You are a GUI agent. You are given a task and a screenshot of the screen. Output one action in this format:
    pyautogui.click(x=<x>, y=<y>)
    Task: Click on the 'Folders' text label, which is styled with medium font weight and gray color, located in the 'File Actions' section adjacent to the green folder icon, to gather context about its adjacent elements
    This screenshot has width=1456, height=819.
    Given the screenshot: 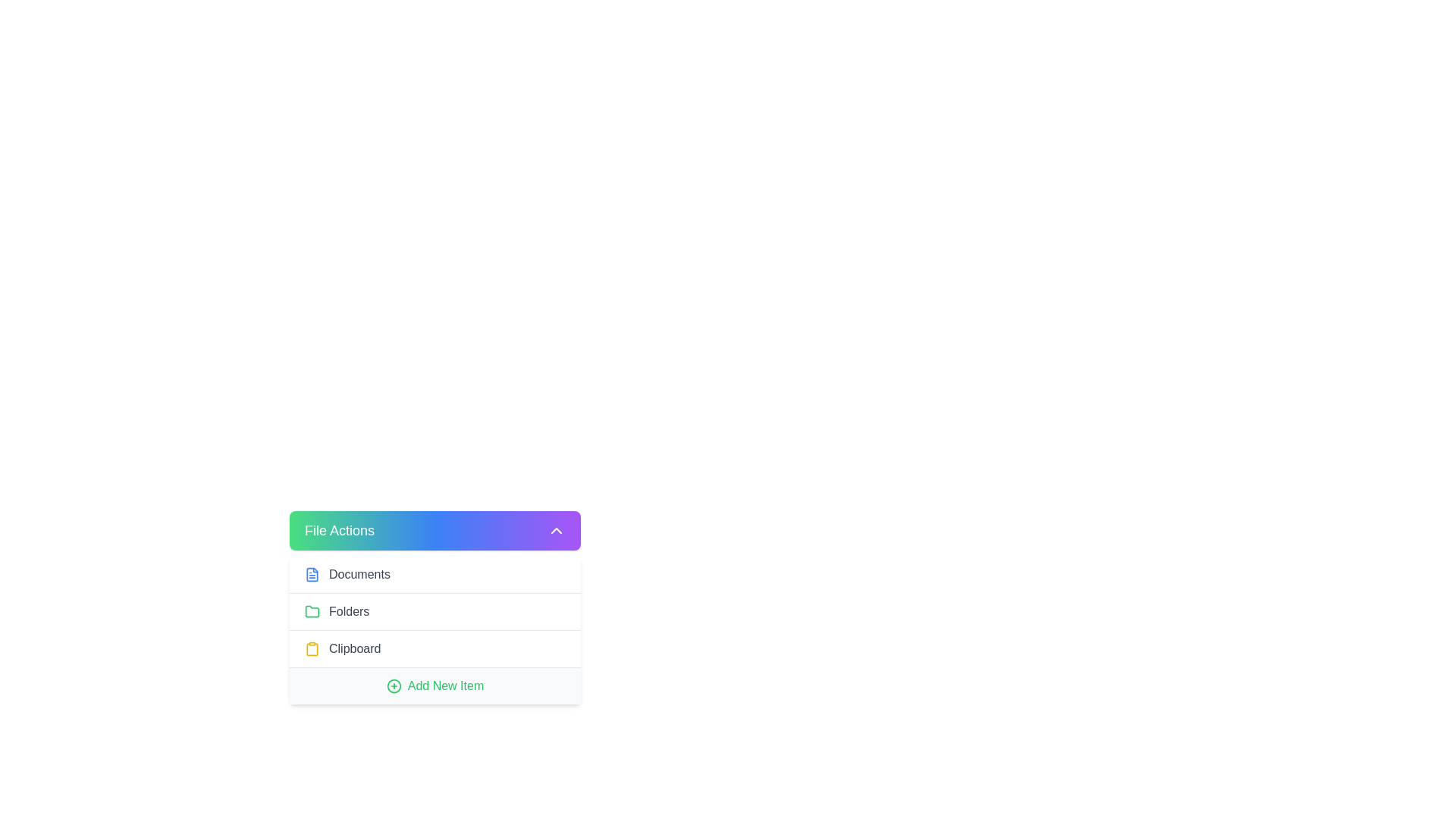 What is the action you would take?
    pyautogui.click(x=348, y=610)
    